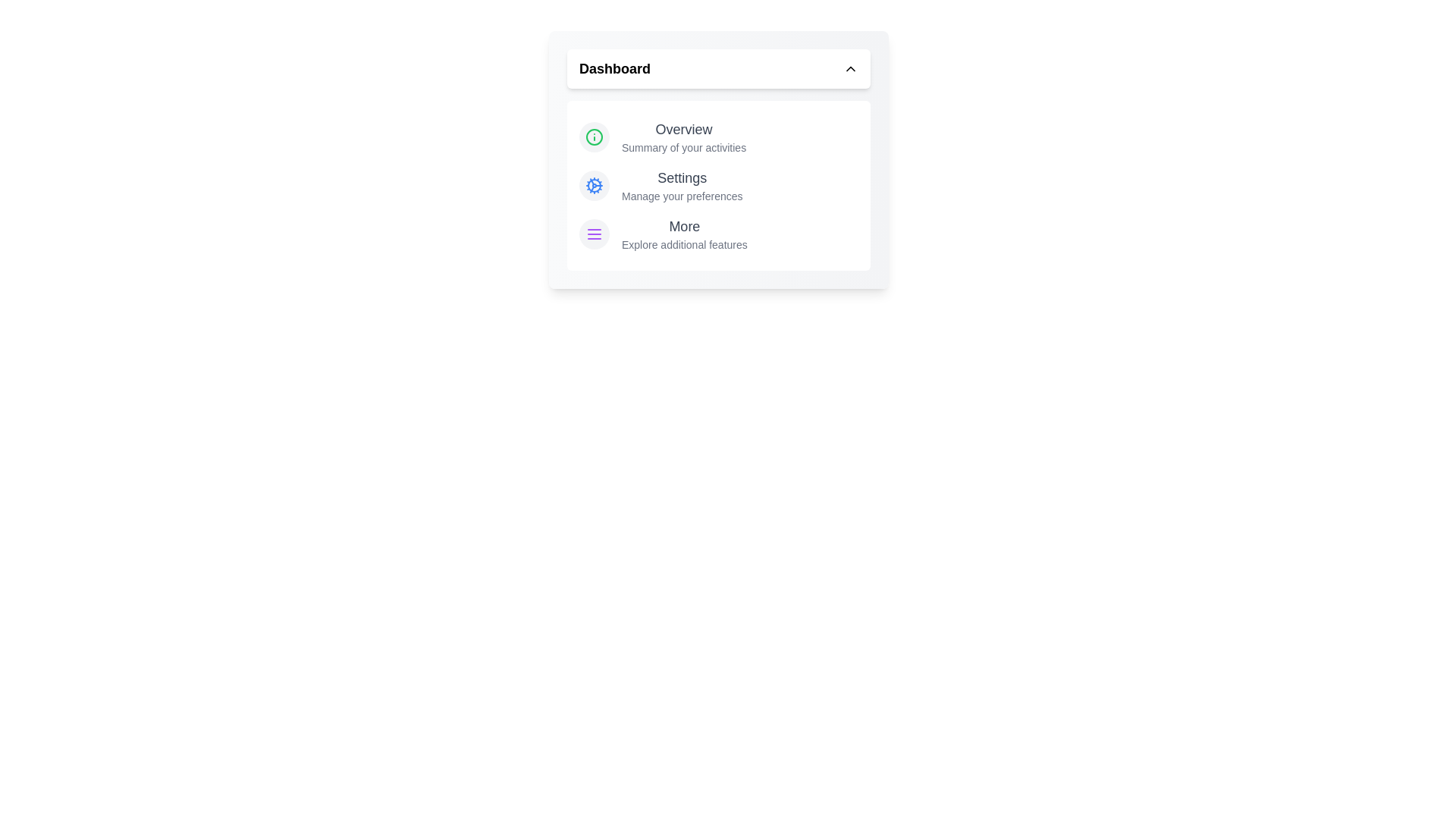 The image size is (1456, 819). I want to click on the 'More' option in the menu, so click(683, 234).